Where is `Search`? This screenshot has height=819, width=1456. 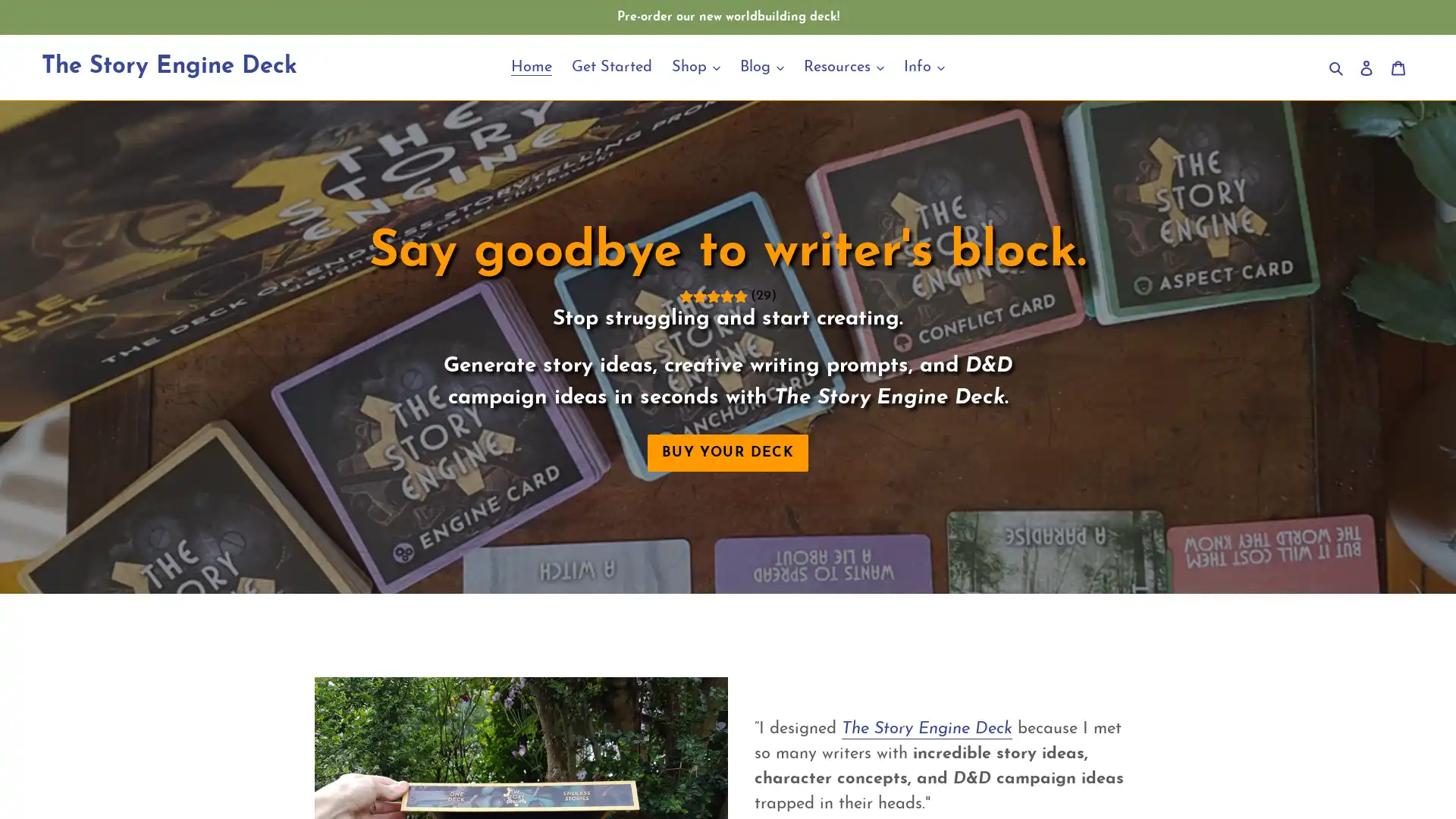 Search is located at coordinates (1337, 66).